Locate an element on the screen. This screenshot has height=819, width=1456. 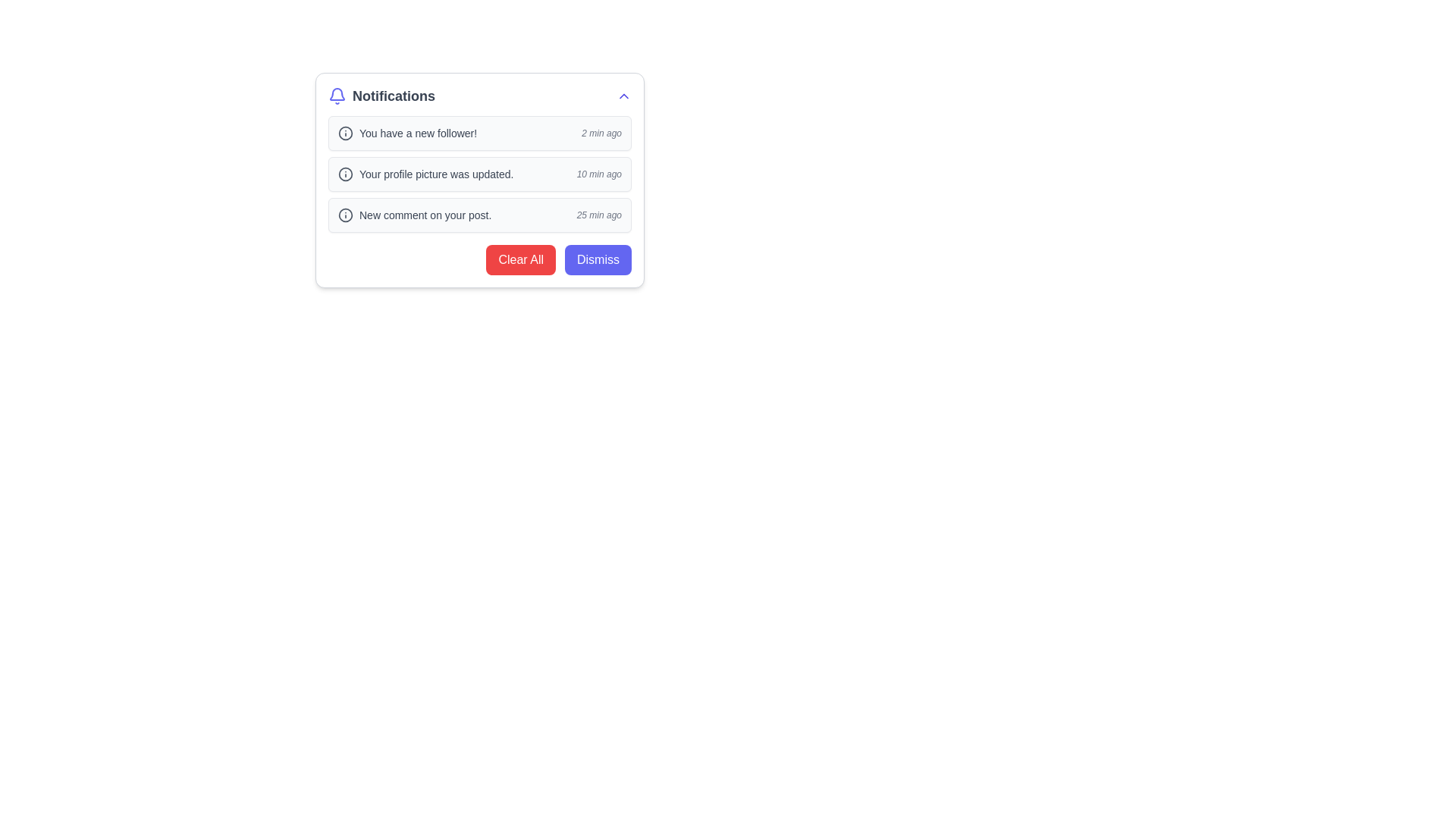
the indigo lower curve of the bell icon located to the left of the 'Notifications' text in the notification header area is located at coordinates (337, 94).